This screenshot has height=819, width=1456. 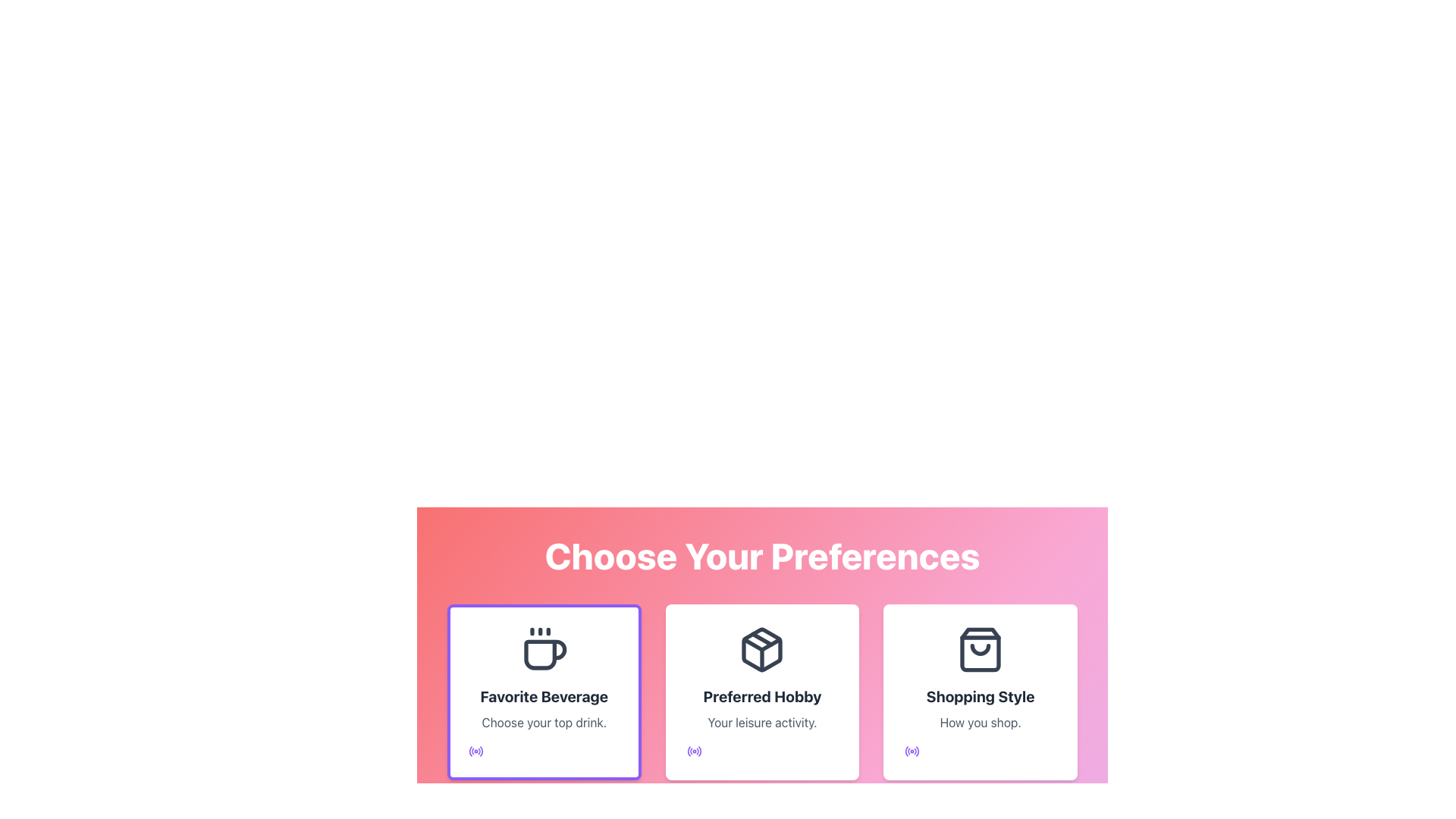 I want to click on text from the bold text label displaying 'Favorite Beverage' located in the first section of the card layout near the bottom right, so click(x=544, y=696).